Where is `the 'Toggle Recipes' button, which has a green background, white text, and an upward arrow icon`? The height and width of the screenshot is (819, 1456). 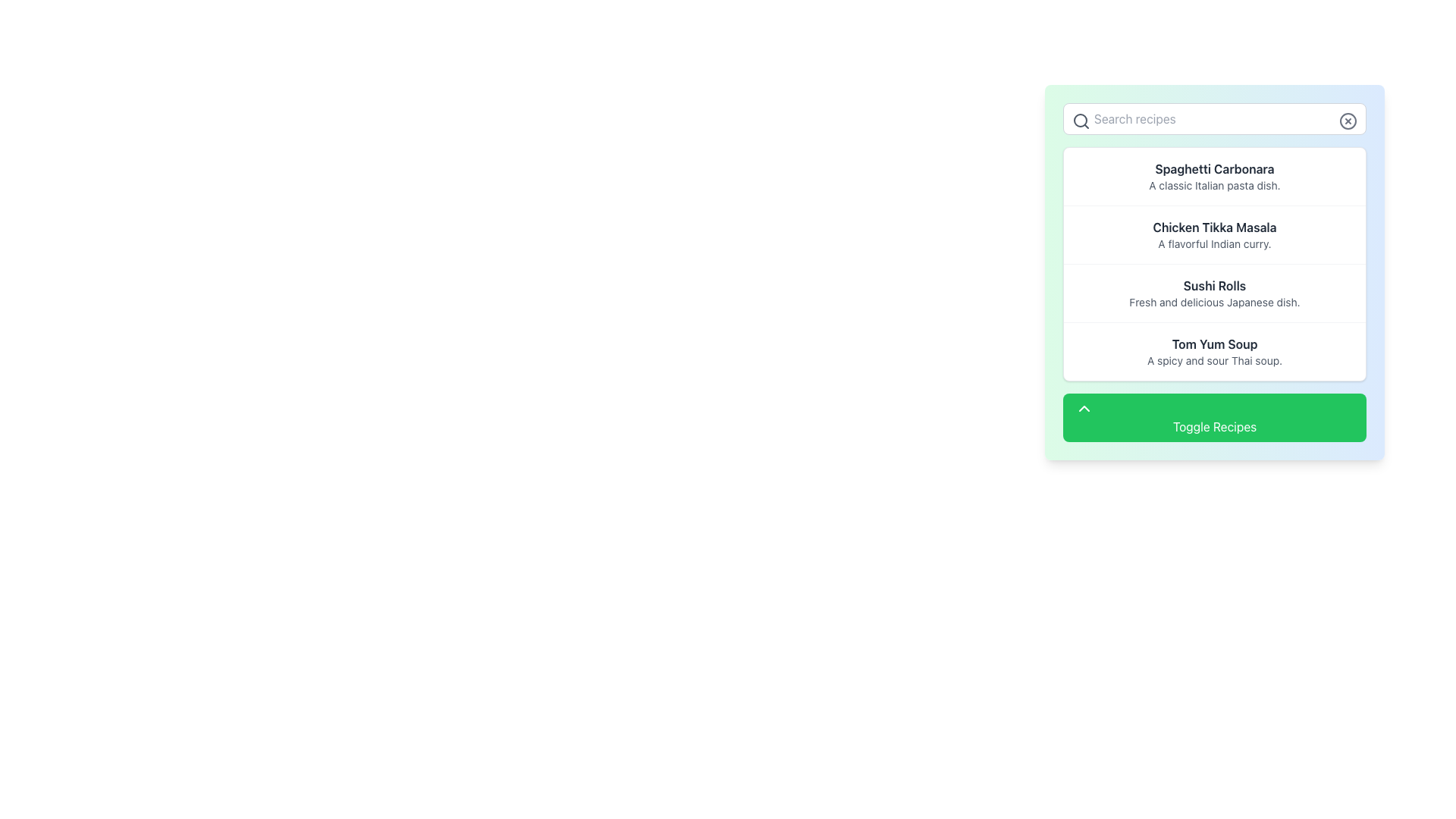 the 'Toggle Recipes' button, which has a green background, white text, and an upward arrow icon is located at coordinates (1215, 418).